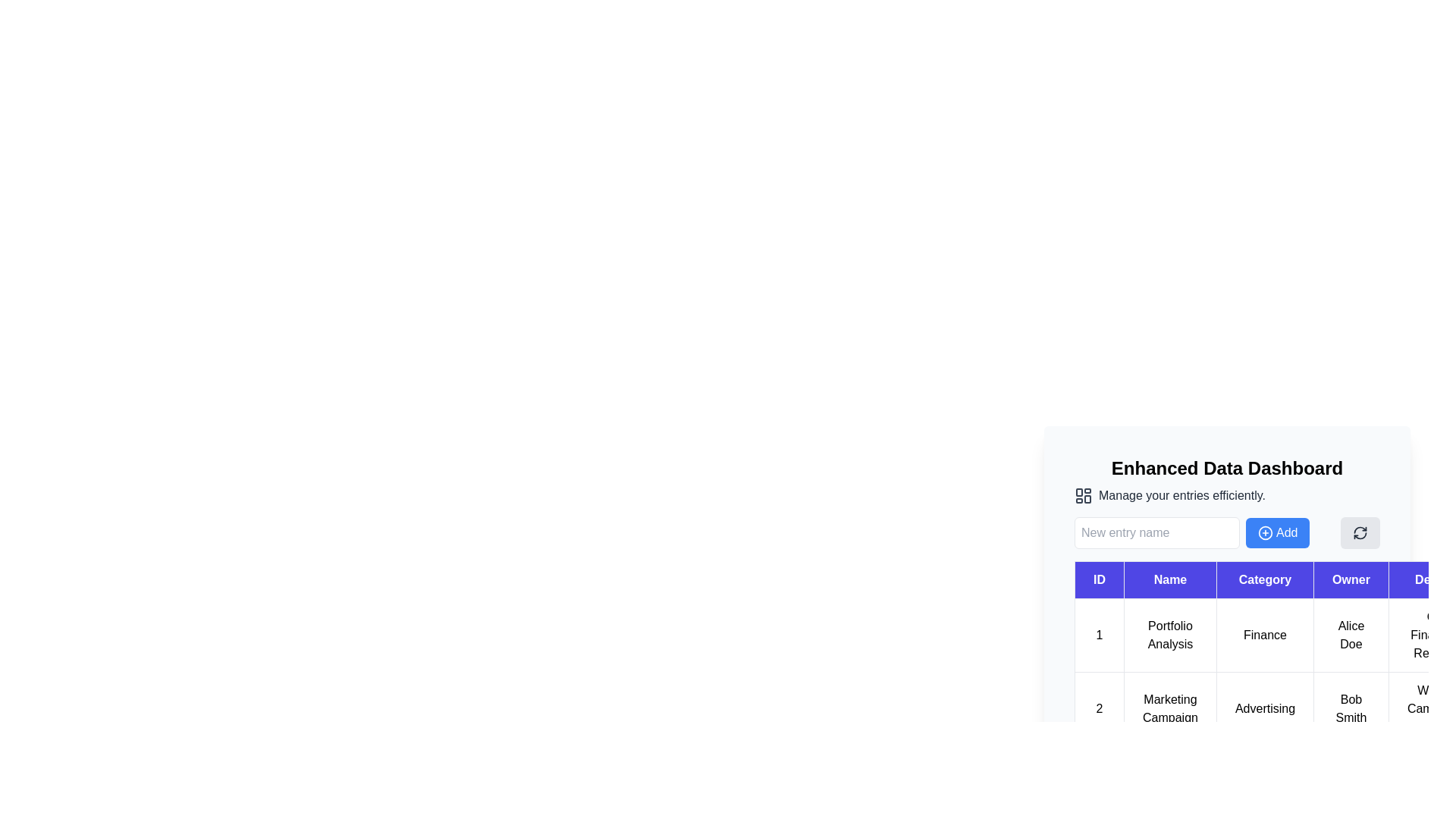  I want to click on text content from the data cell in the first row of the table under the 'Owner' column, which provides ownership information for the entry, so click(1351, 635).